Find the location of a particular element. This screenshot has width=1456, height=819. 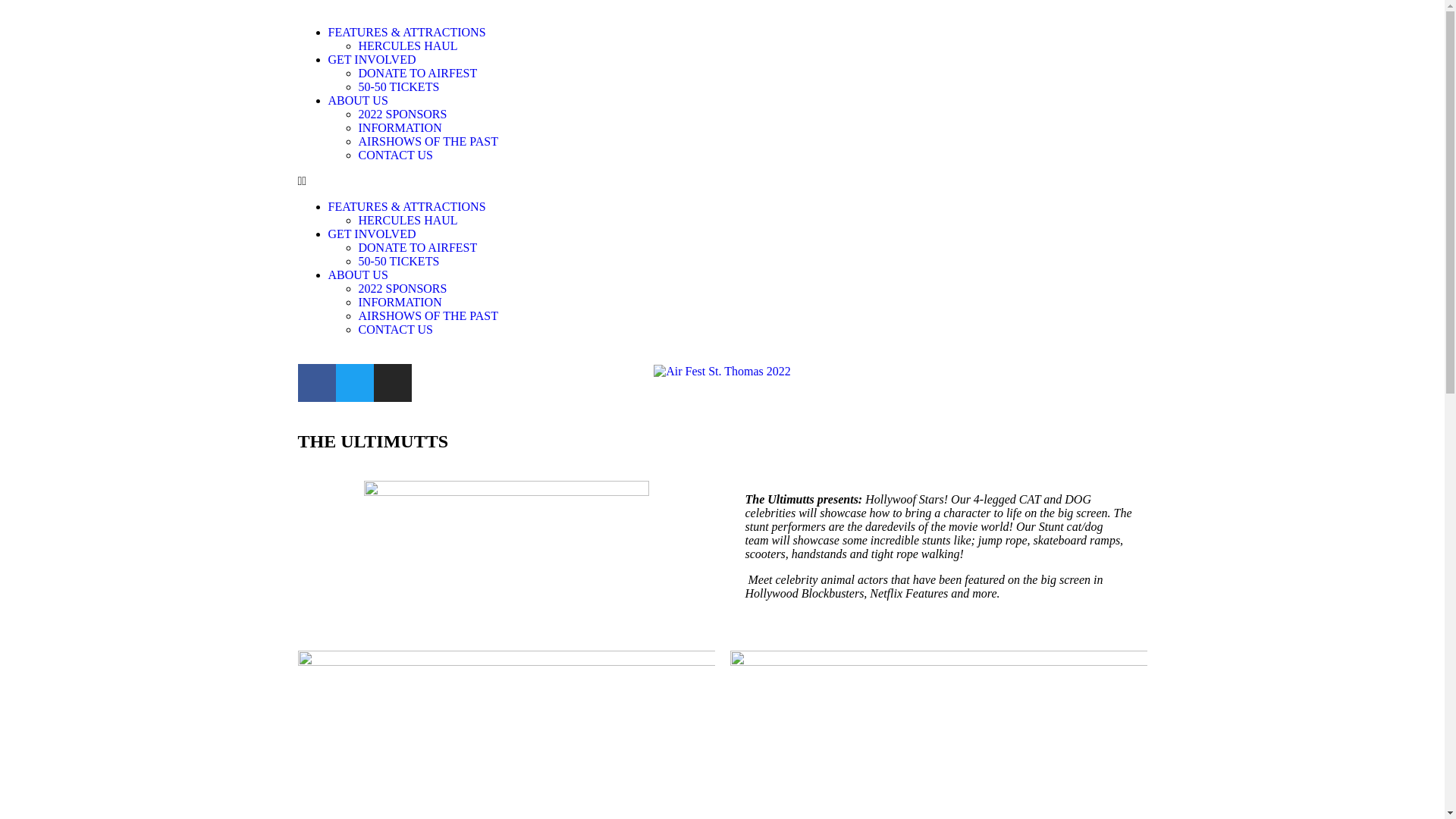

'2022 SPONSORS' is located at coordinates (402, 113).